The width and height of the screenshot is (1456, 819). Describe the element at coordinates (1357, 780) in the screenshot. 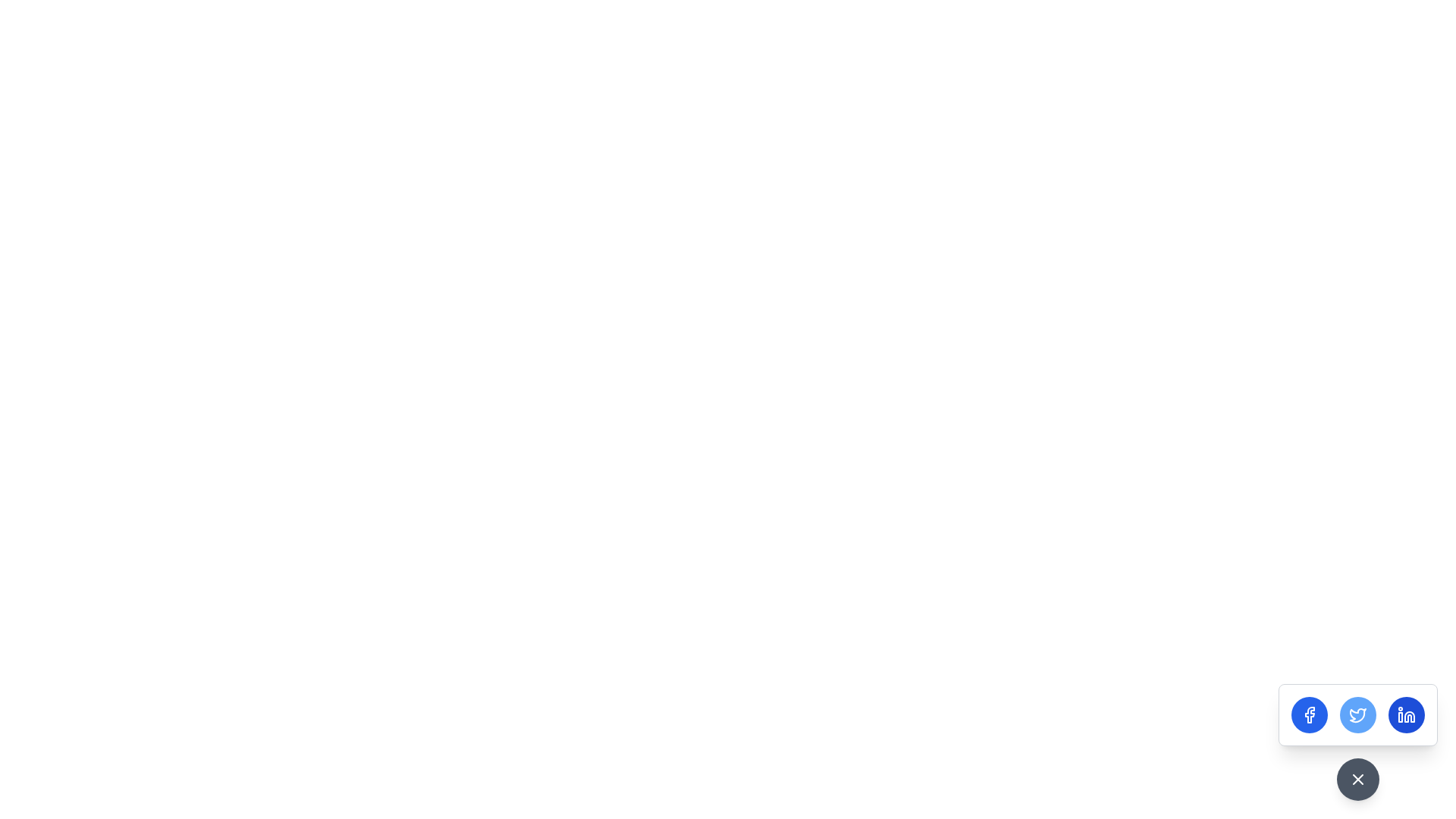

I see `the circular button with a dark gray background and a white 'X' icon located at the bottom-right of the interface to observe its hover state` at that location.